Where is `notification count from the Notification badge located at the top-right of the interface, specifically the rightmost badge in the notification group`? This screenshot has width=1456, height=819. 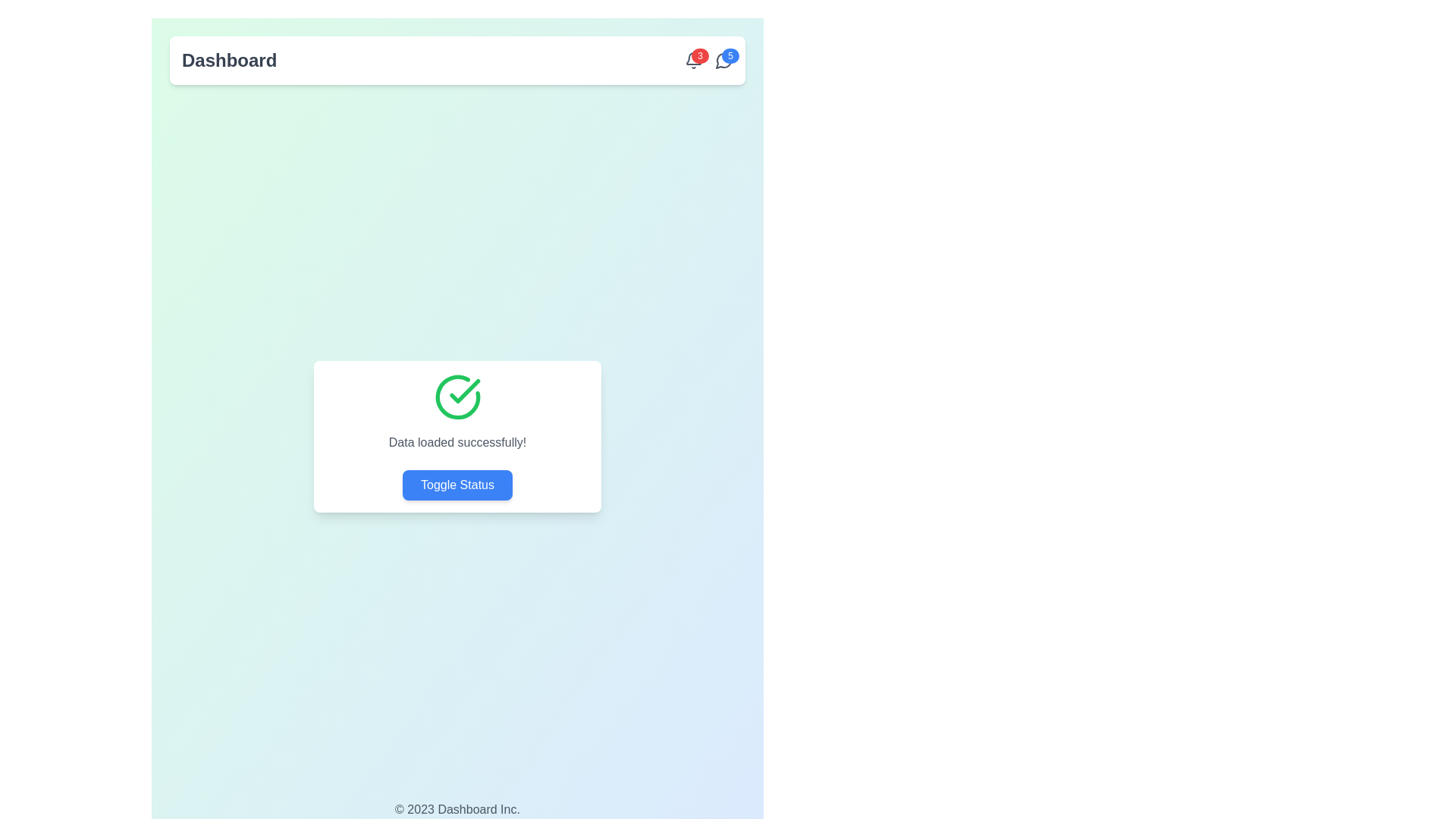
notification count from the Notification badge located at the top-right of the interface, specifically the rightmost badge in the notification group is located at coordinates (723, 60).